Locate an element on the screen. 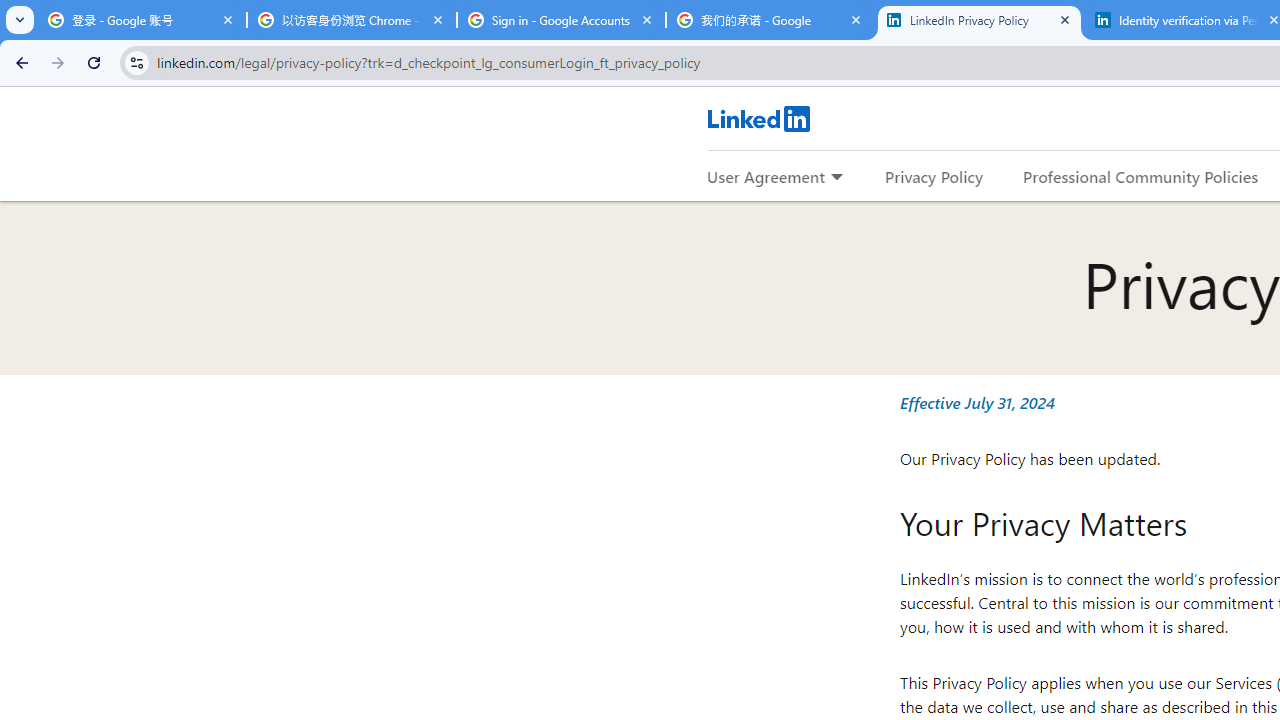  'Effective July 31, 2024' is located at coordinates (977, 402).